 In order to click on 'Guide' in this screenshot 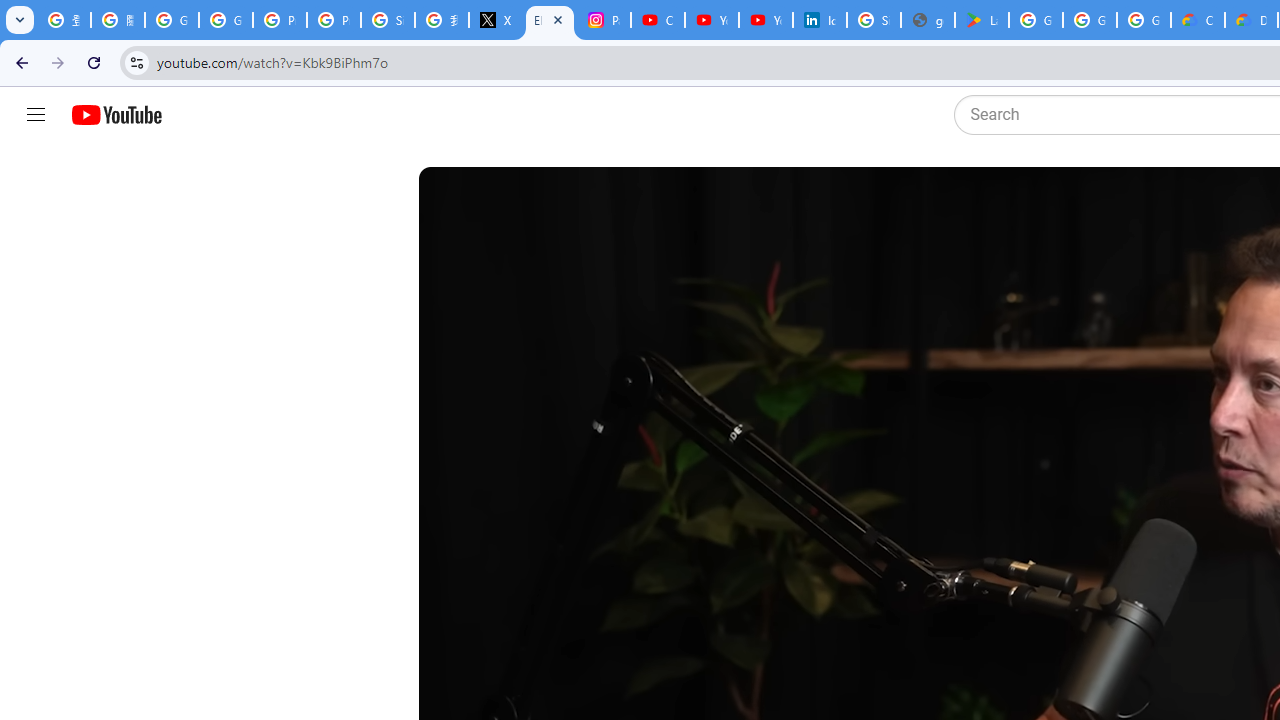, I will do `click(35, 115)`.